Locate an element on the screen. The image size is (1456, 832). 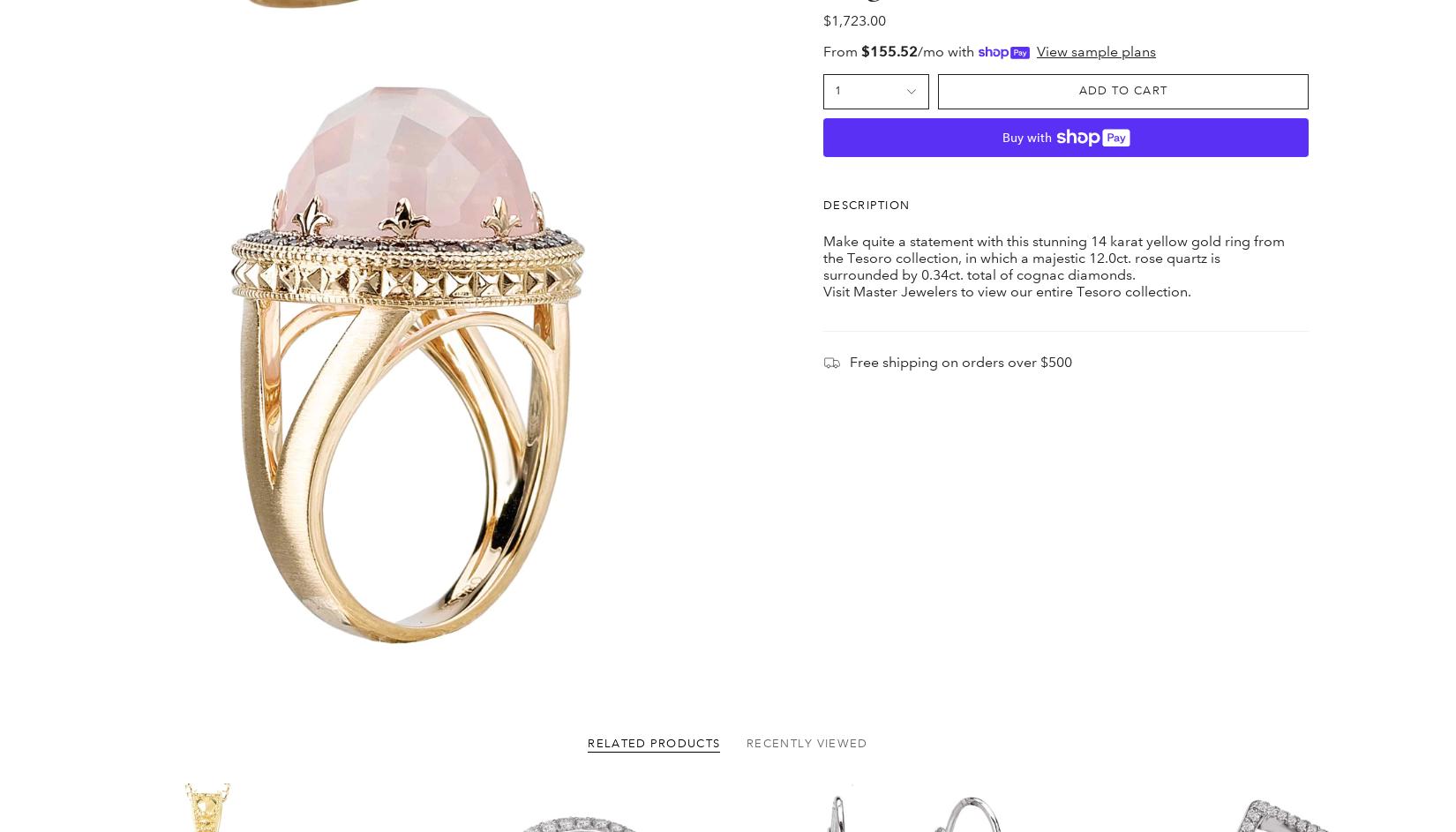
'Diamonds' is located at coordinates (508, 695).